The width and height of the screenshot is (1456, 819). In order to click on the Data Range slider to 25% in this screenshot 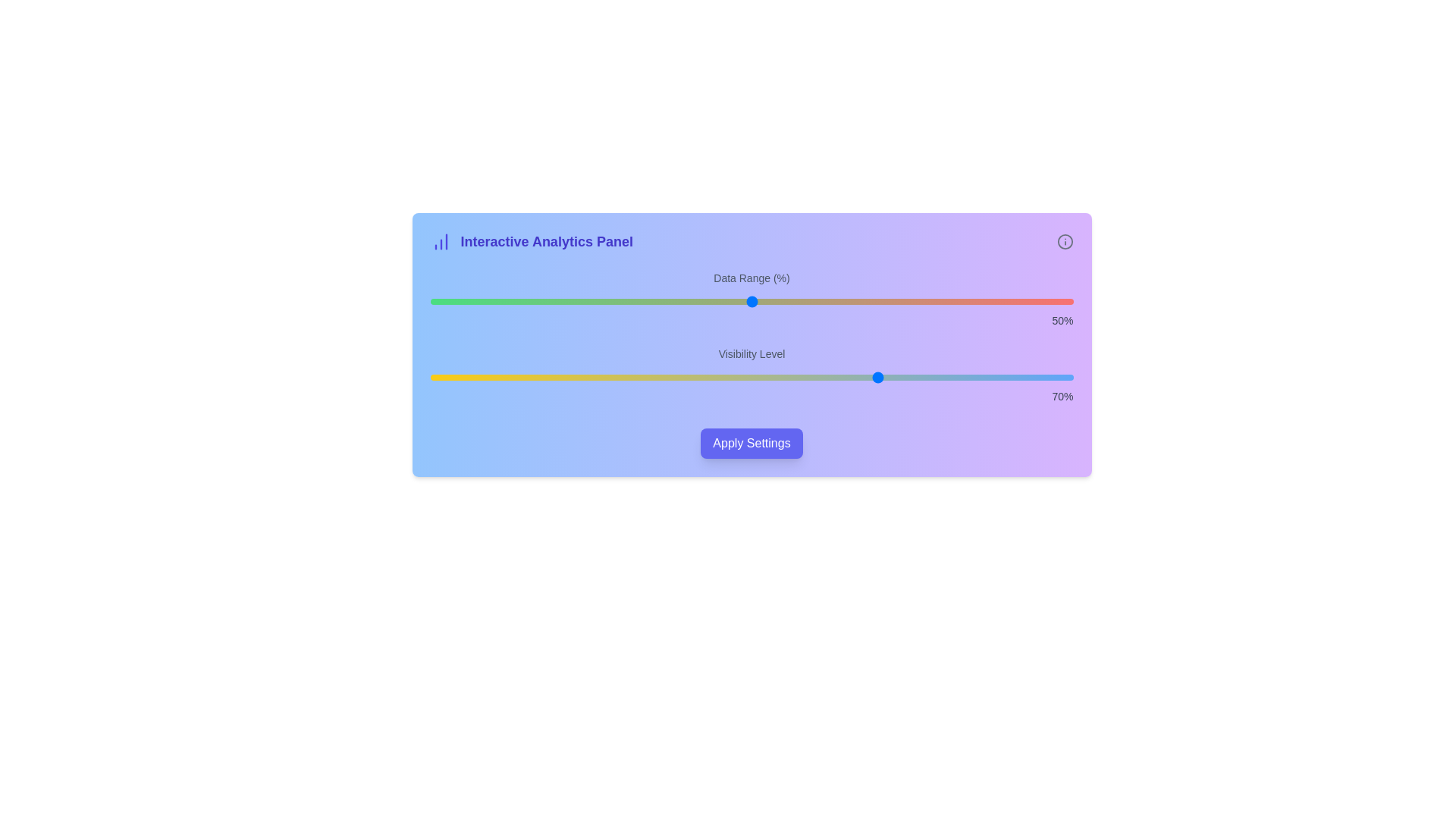, I will do `click(590, 301)`.